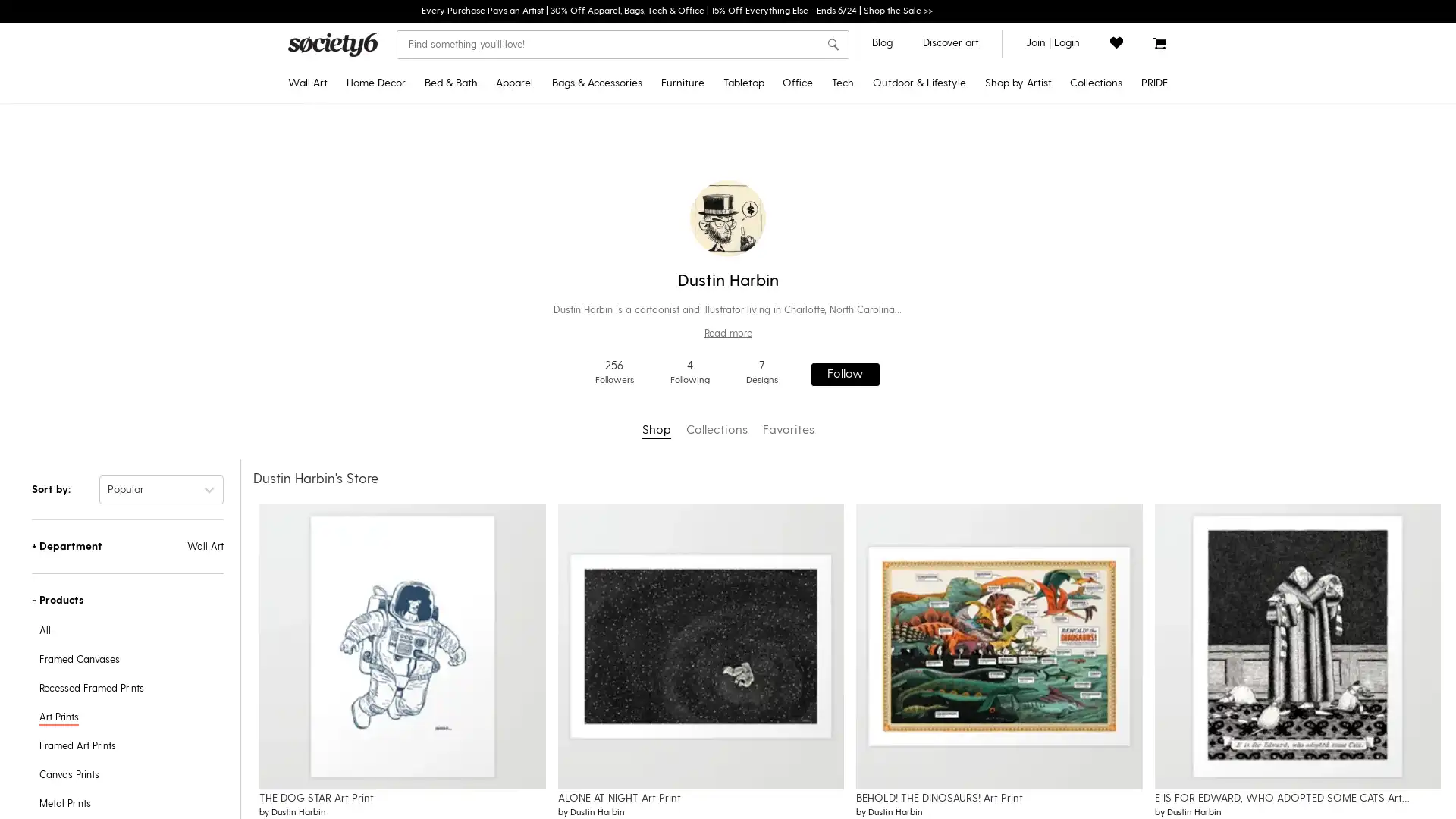  I want to click on Tank Tops, so click(562, 268).